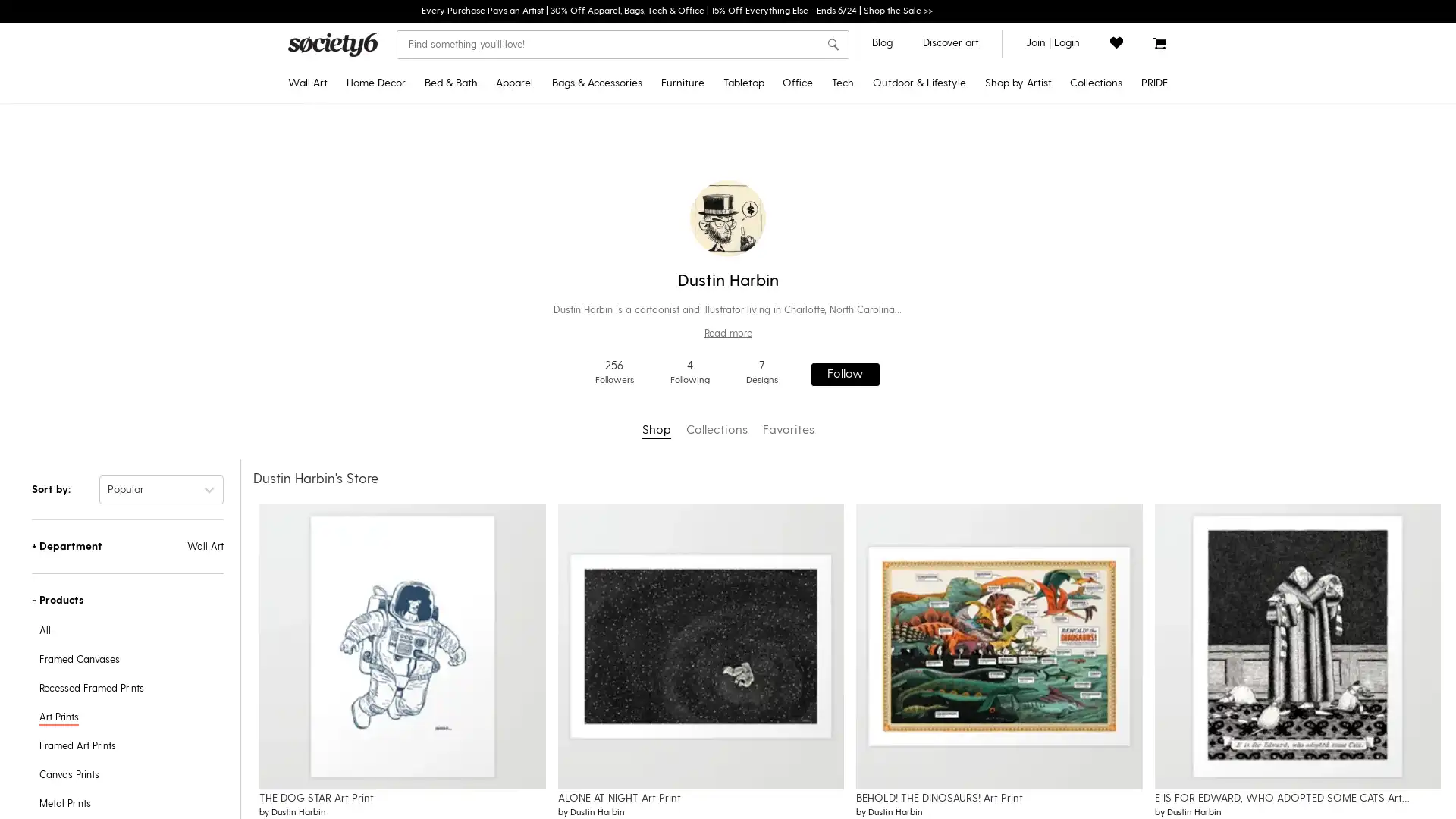  I want to click on Tank Tops, so click(562, 268).